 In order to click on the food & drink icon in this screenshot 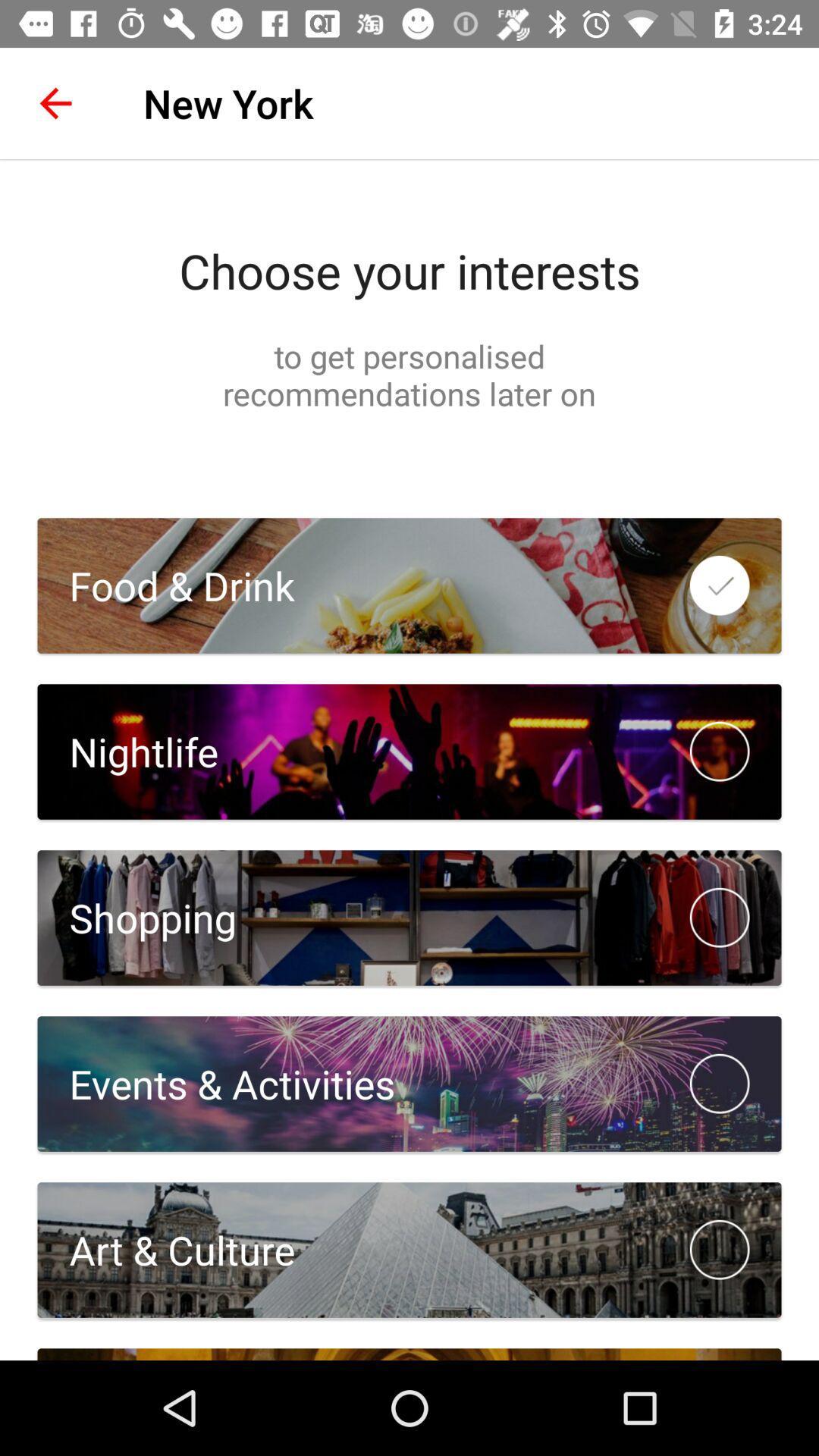, I will do `click(166, 585)`.